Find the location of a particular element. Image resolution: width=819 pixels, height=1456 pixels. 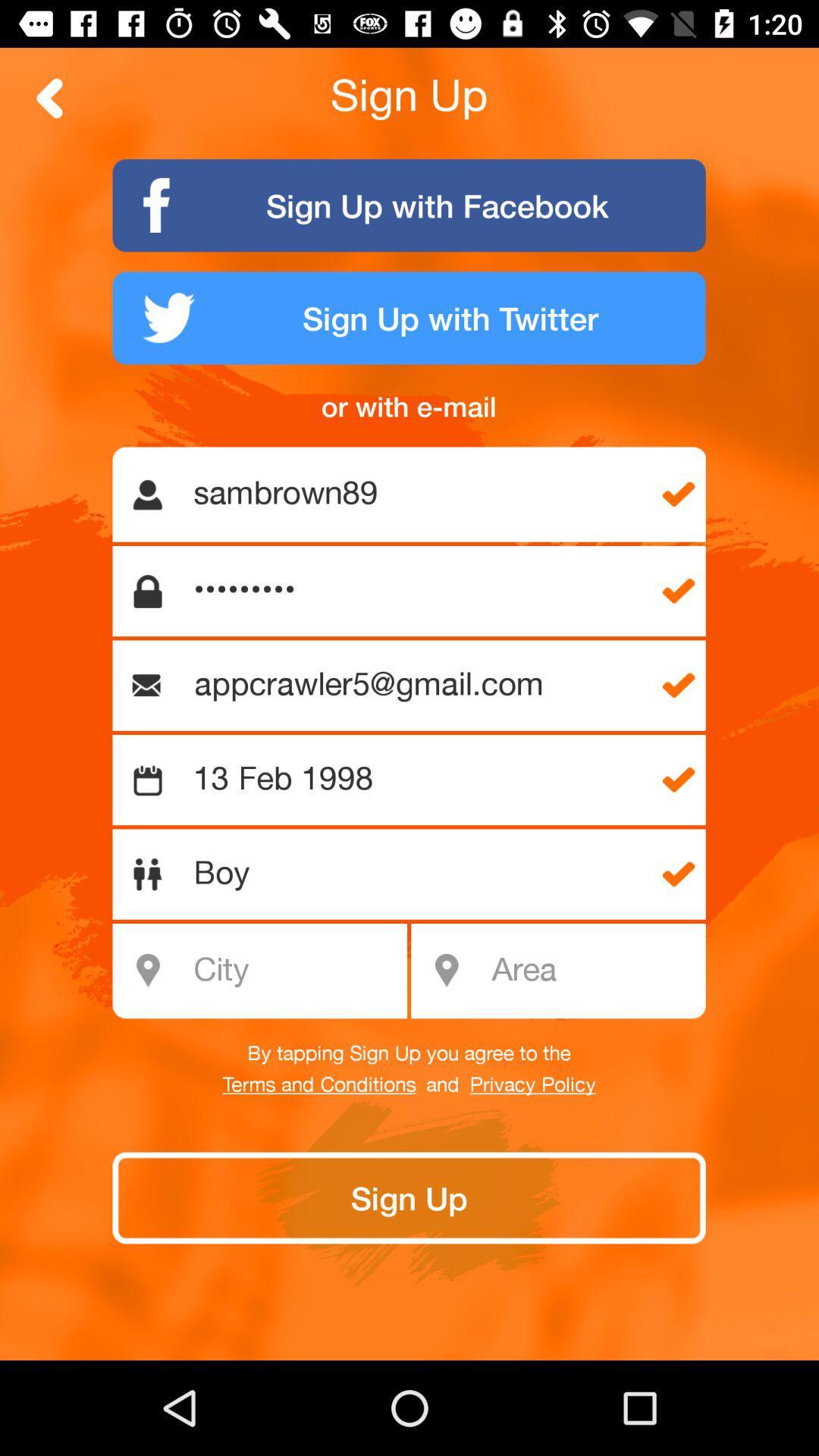

the item below by tapping sign is located at coordinates (318, 1084).